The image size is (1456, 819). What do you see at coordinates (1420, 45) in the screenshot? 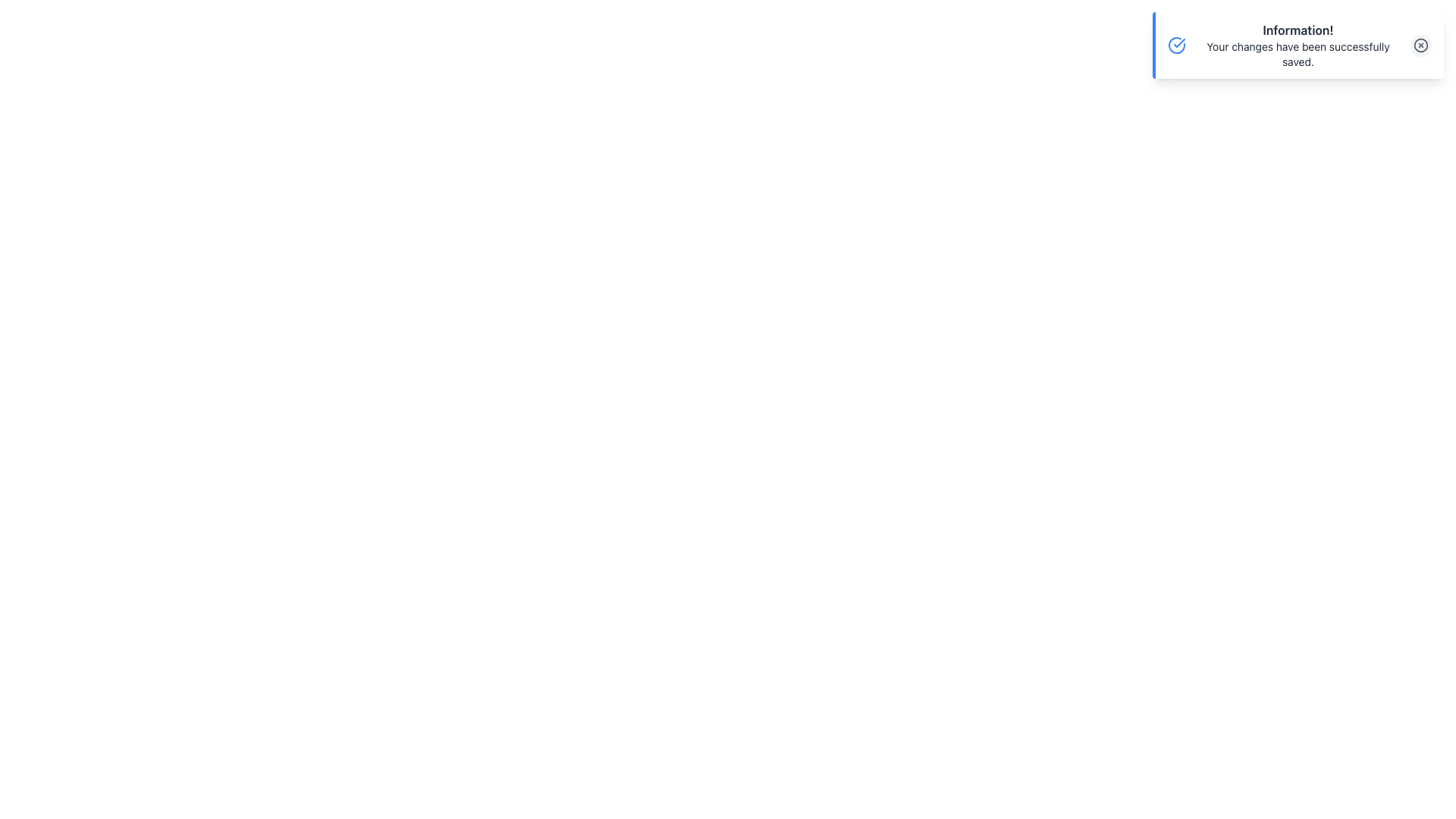
I see `the SVG circle located in the upper right corner of the notification banner that reads 'Information! Your changes have been successfully saved.'` at bounding box center [1420, 45].